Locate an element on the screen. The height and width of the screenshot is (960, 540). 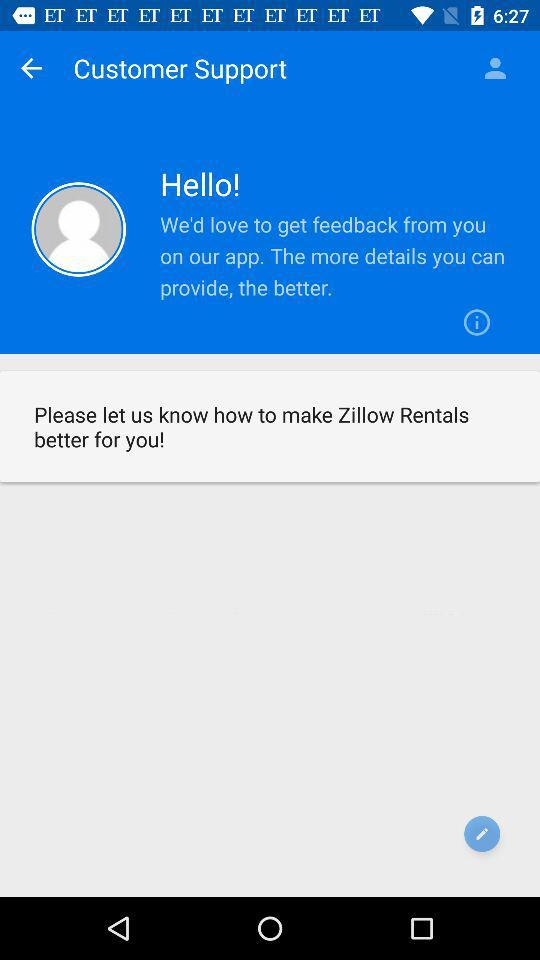
information symbol is located at coordinates (476, 322).